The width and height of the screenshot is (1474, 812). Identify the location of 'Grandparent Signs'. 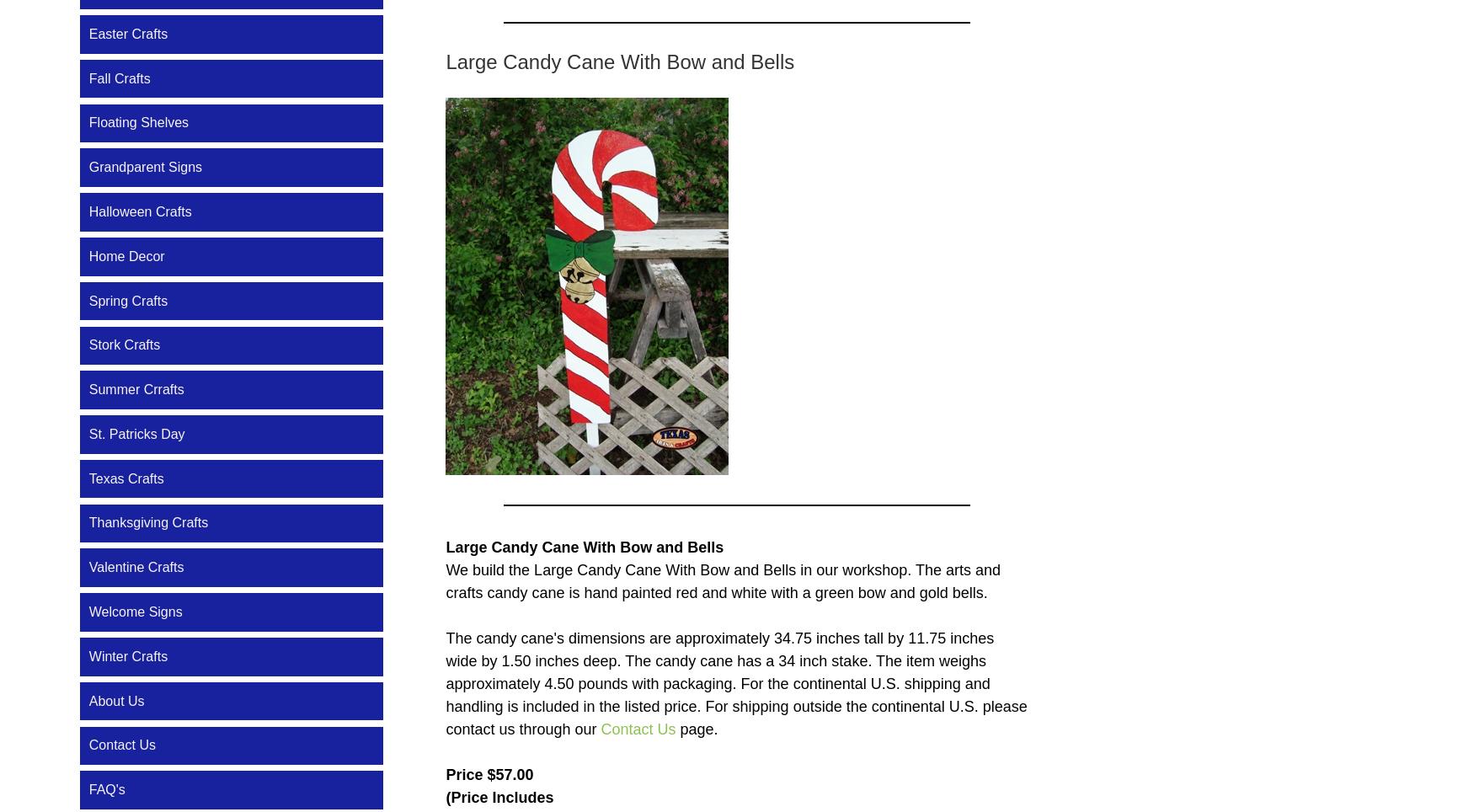
(144, 166).